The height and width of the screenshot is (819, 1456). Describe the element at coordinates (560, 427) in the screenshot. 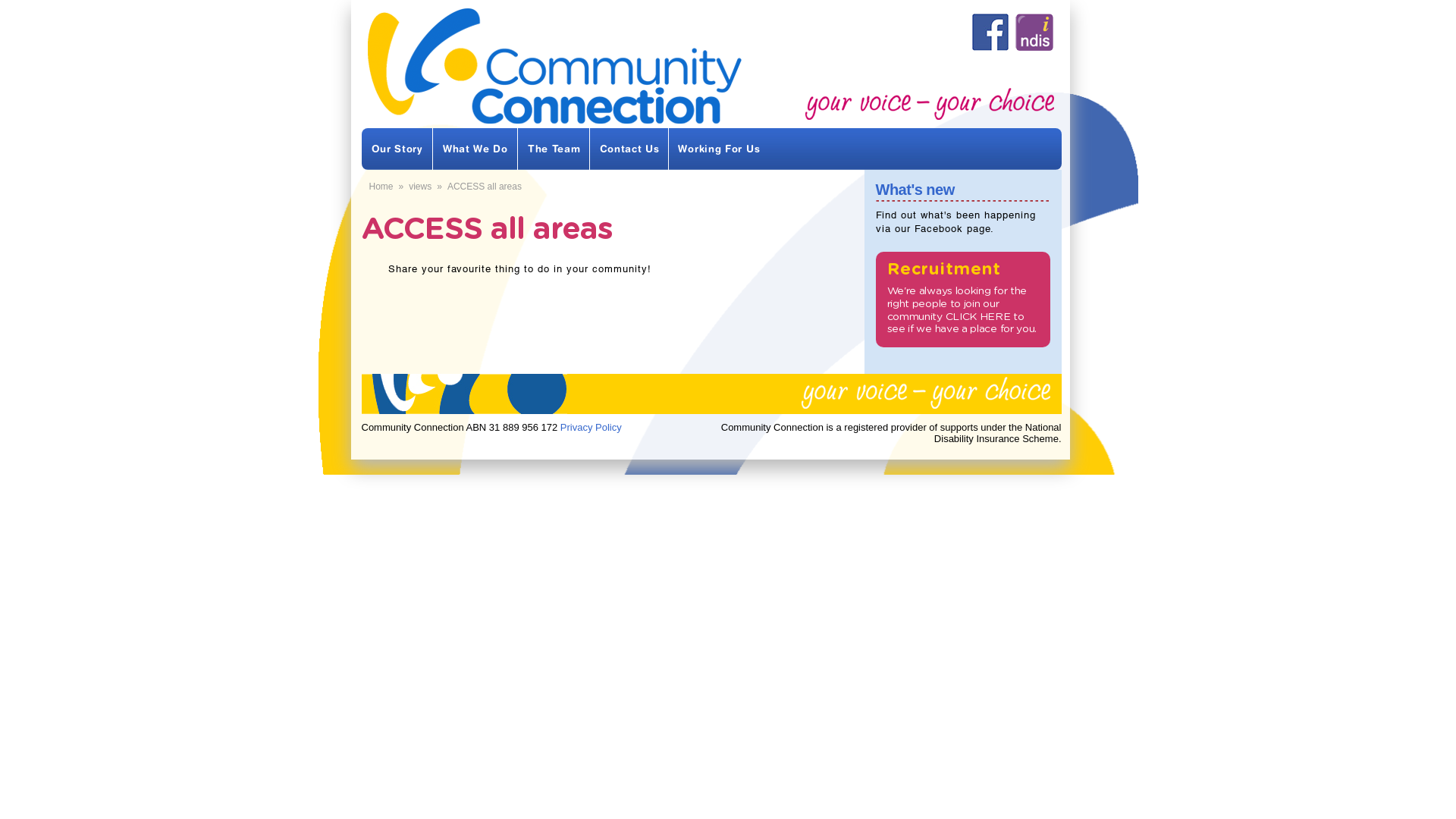

I see `'Privacy Policy'` at that location.